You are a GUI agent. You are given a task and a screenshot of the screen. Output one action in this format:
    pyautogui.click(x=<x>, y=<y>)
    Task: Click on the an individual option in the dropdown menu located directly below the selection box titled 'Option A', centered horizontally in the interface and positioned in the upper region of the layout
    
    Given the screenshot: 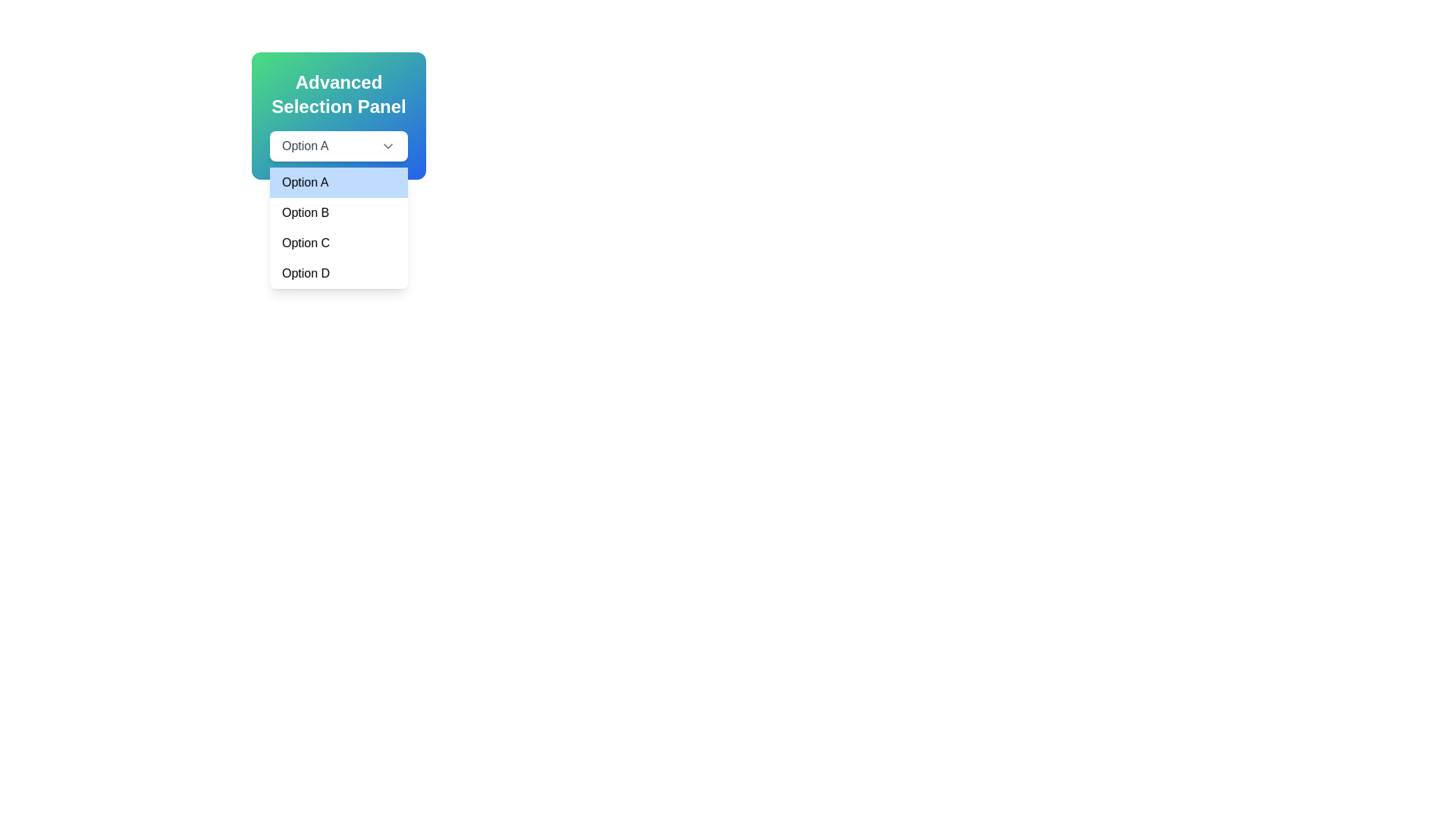 What is the action you would take?
    pyautogui.click(x=337, y=227)
    